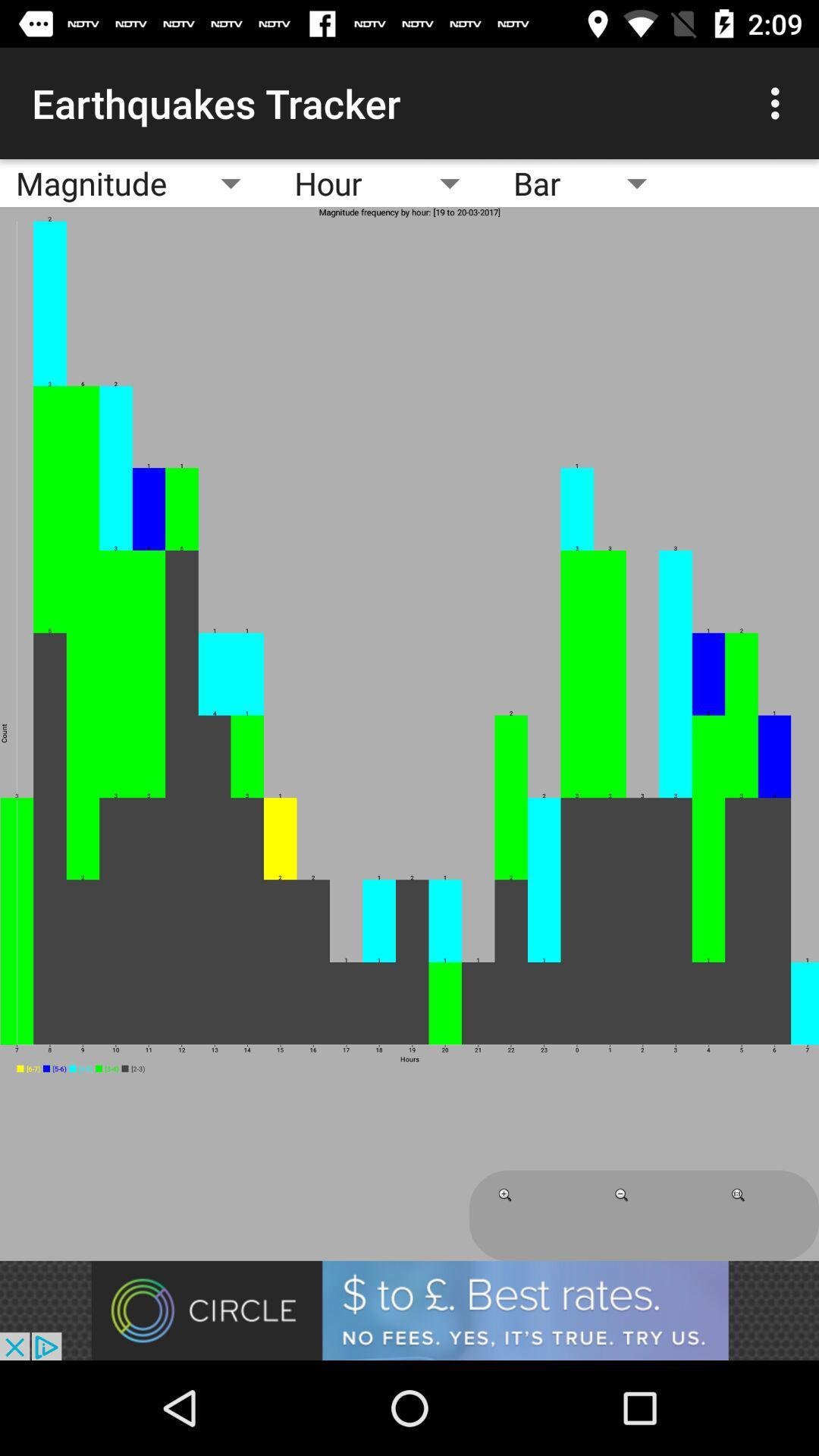  I want to click on advertisement website, so click(409, 1310).